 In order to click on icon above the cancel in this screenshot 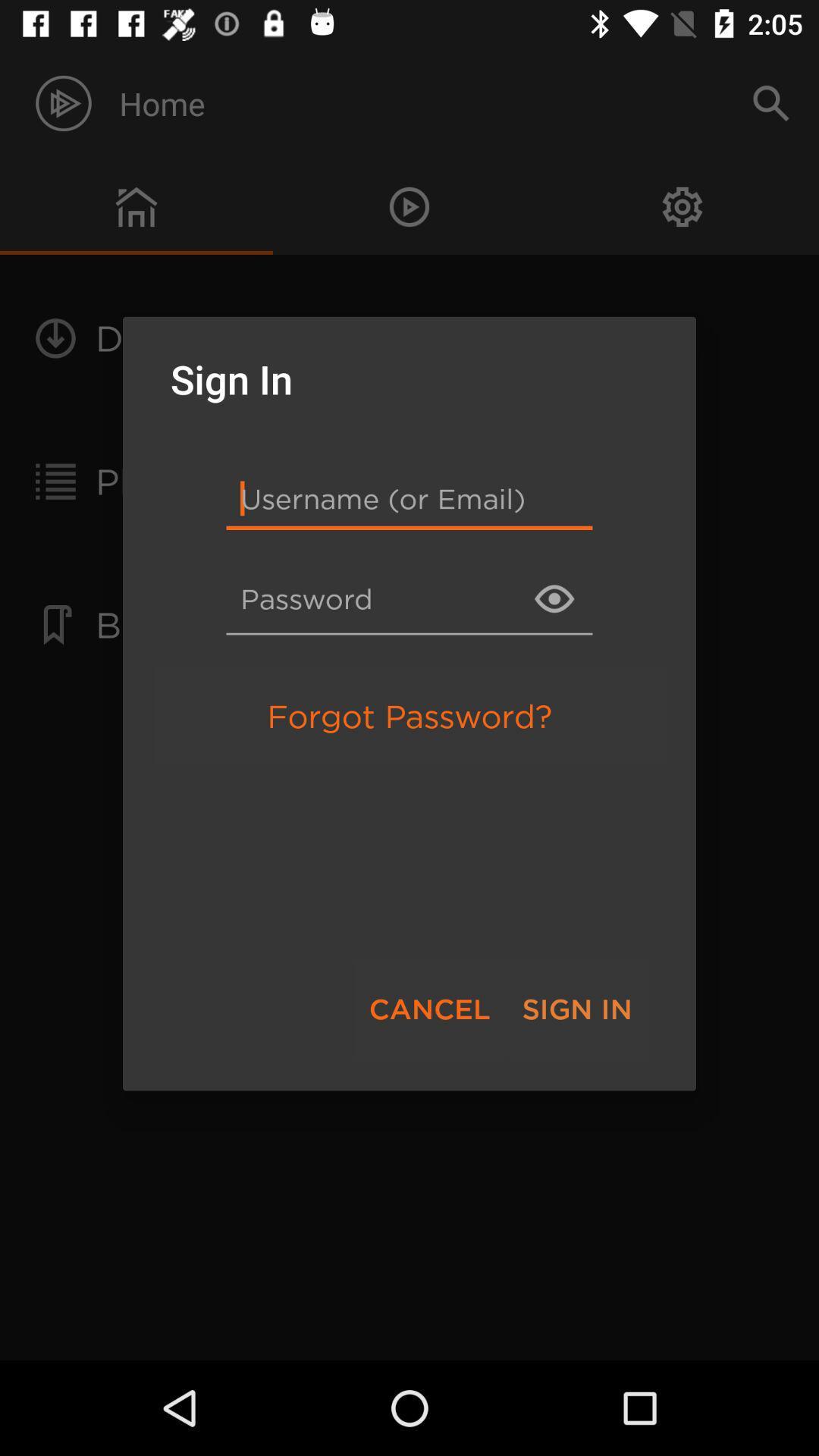, I will do `click(409, 715)`.